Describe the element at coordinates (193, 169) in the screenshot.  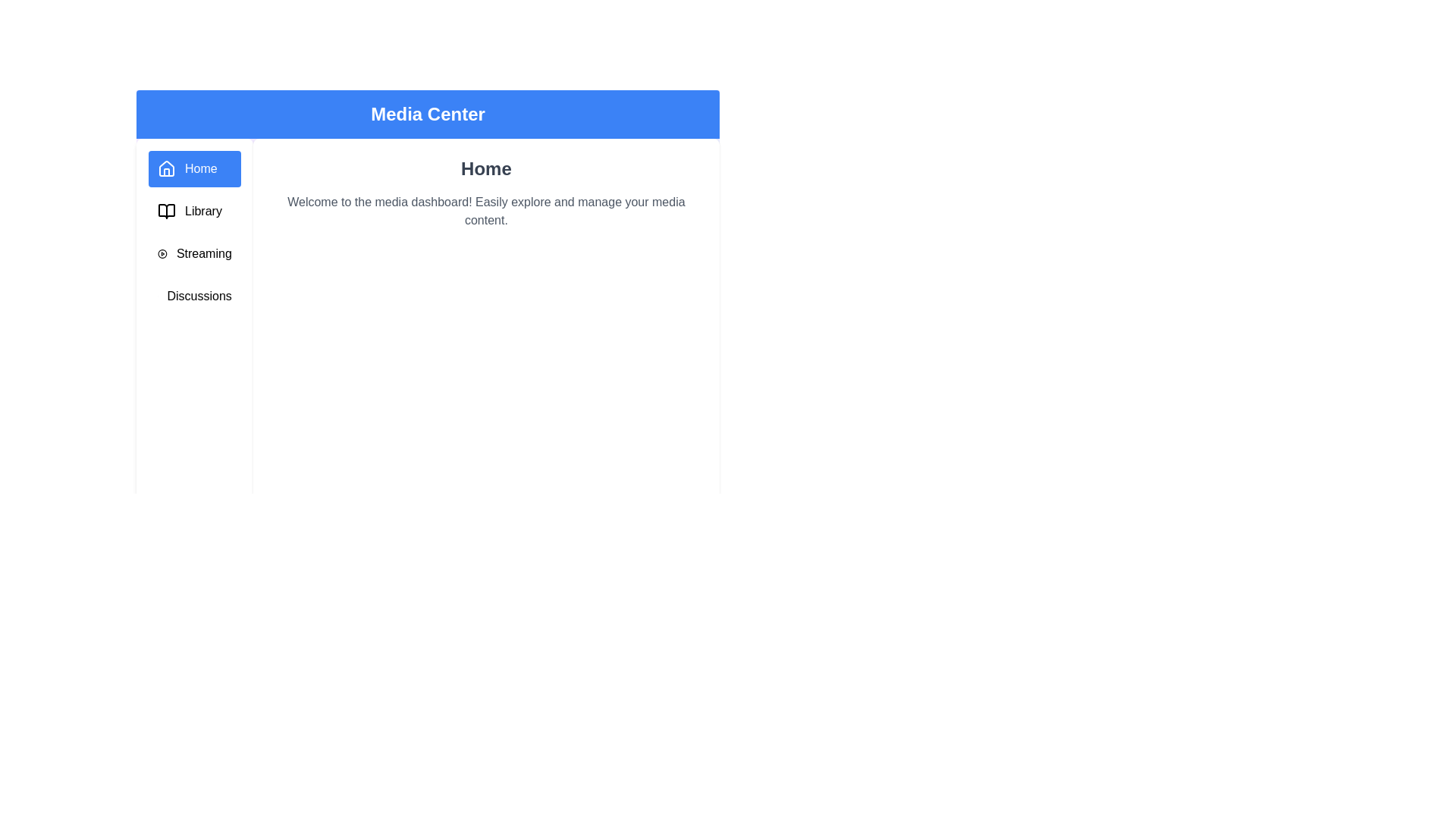
I see `the sidebar item corresponding to Home` at that location.